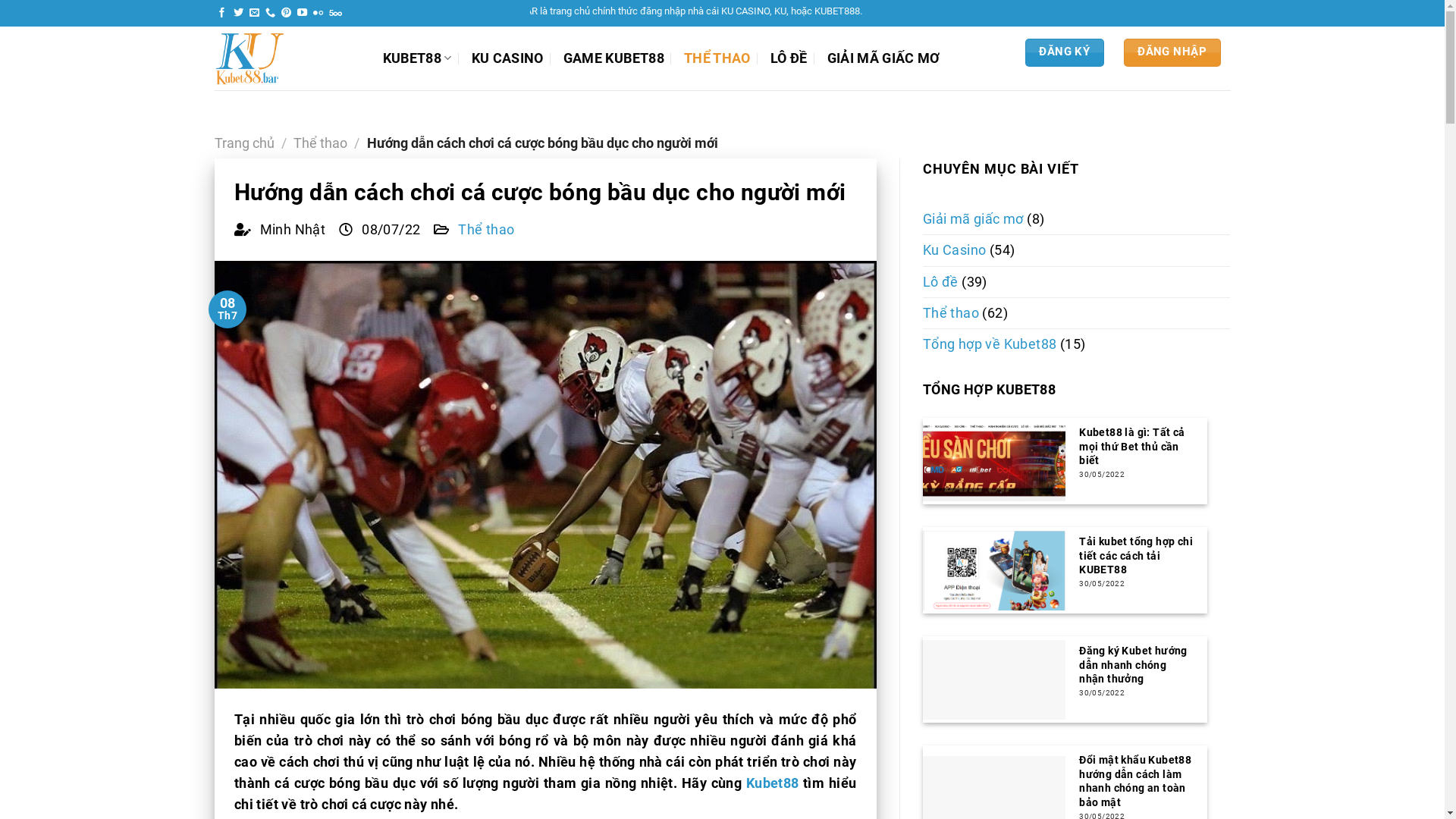  Describe the element at coordinates (286, 13) in the screenshot. I see `'Follow on Pinterest'` at that location.